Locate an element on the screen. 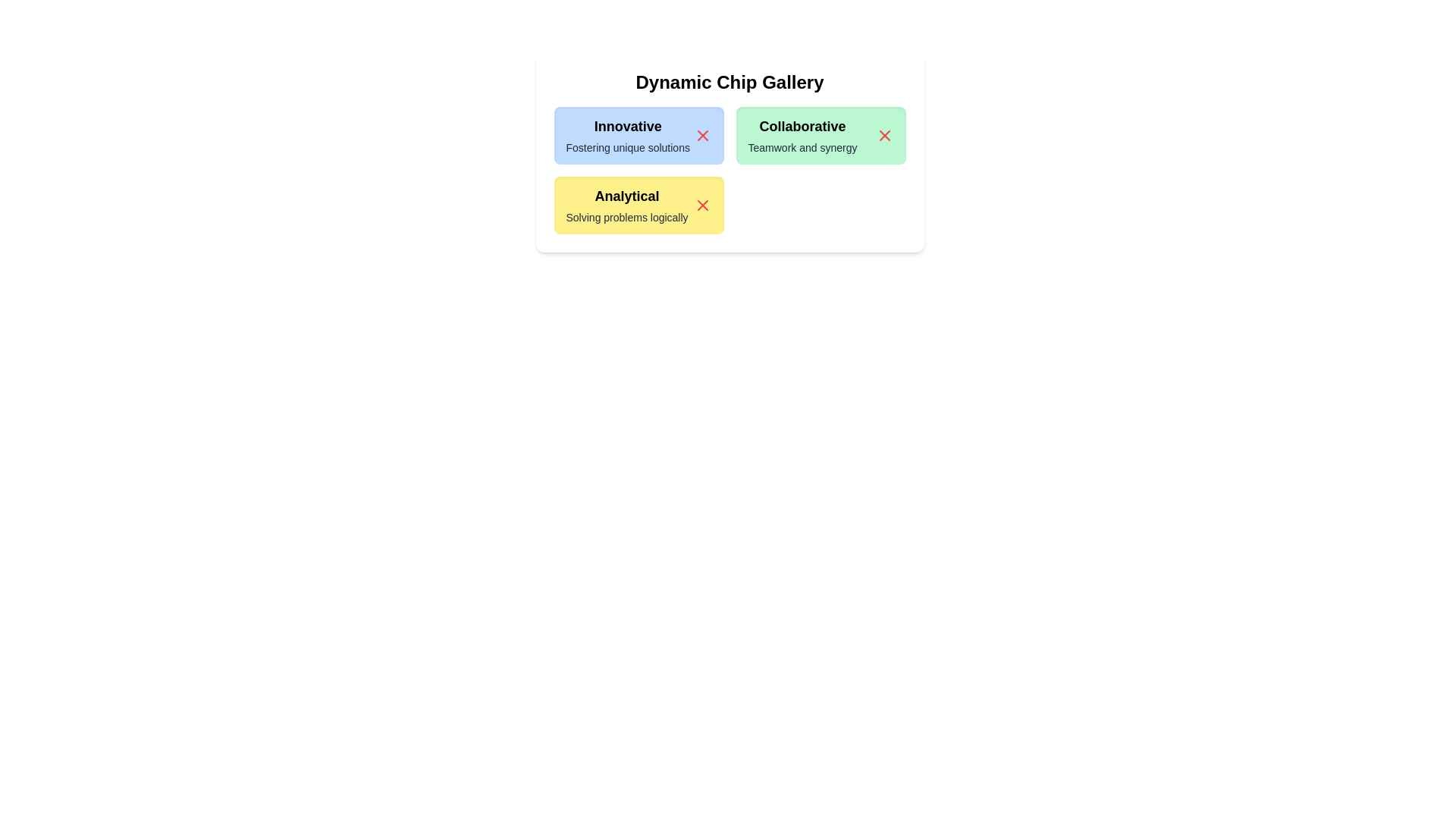 The width and height of the screenshot is (1456, 819). the title text of the chip labeled Collaborative is located at coordinates (802, 125).